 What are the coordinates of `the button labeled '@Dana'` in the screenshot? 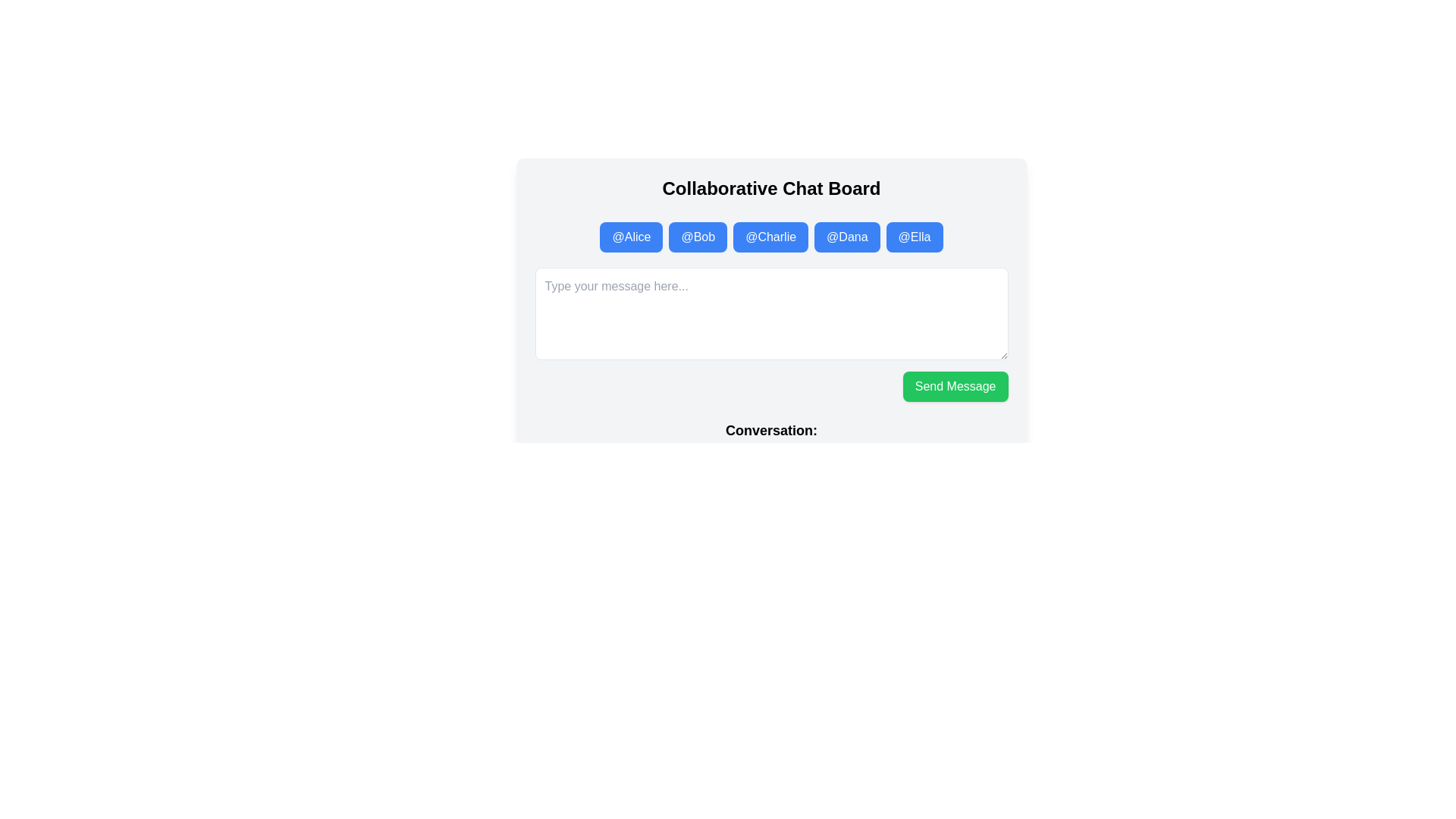 It's located at (846, 237).